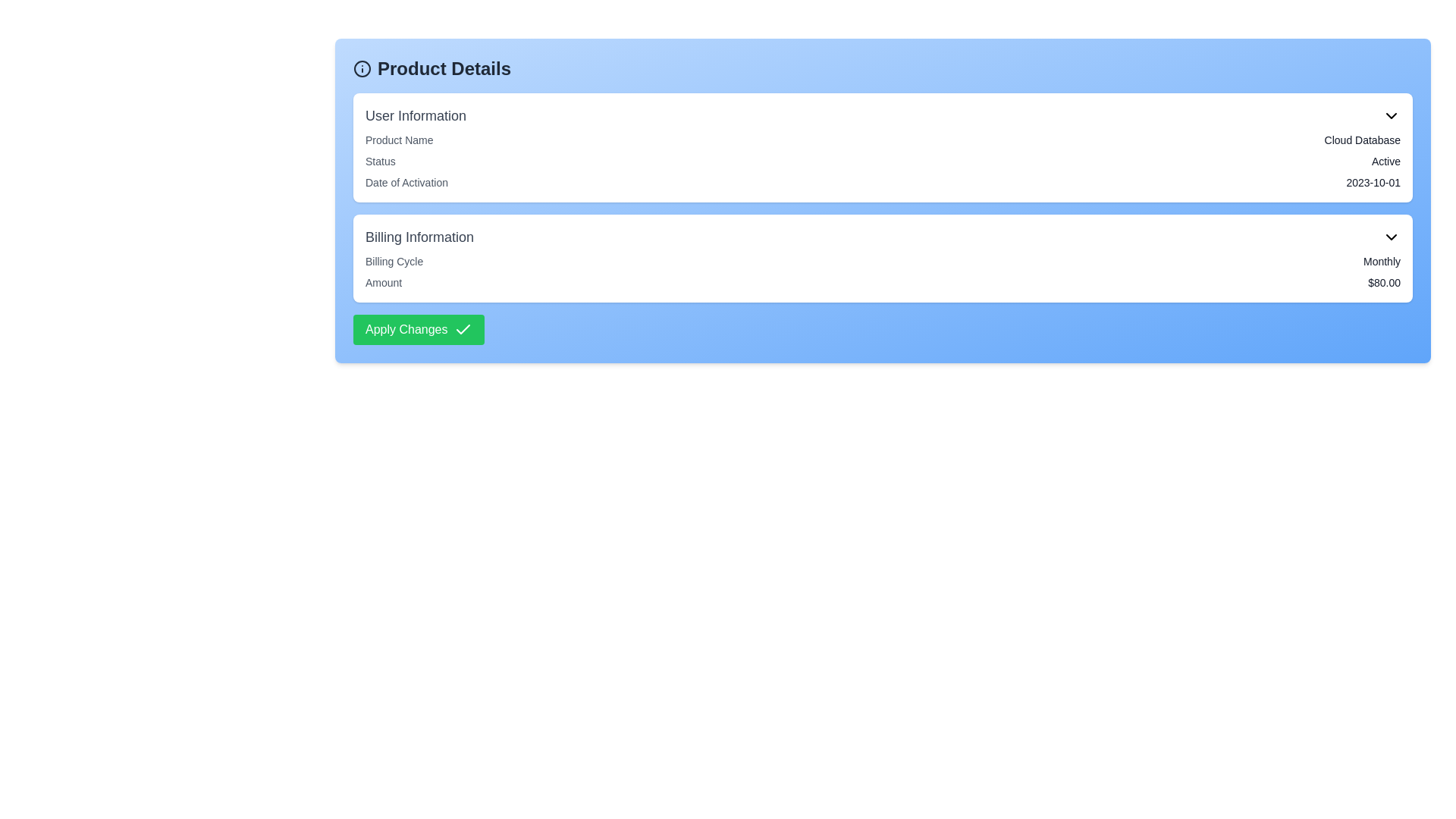  What do you see at coordinates (1386, 161) in the screenshot?
I see `the 'Active' text label, which is aligned to the right edge of the 'User Information' section under the 'Status' row` at bounding box center [1386, 161].